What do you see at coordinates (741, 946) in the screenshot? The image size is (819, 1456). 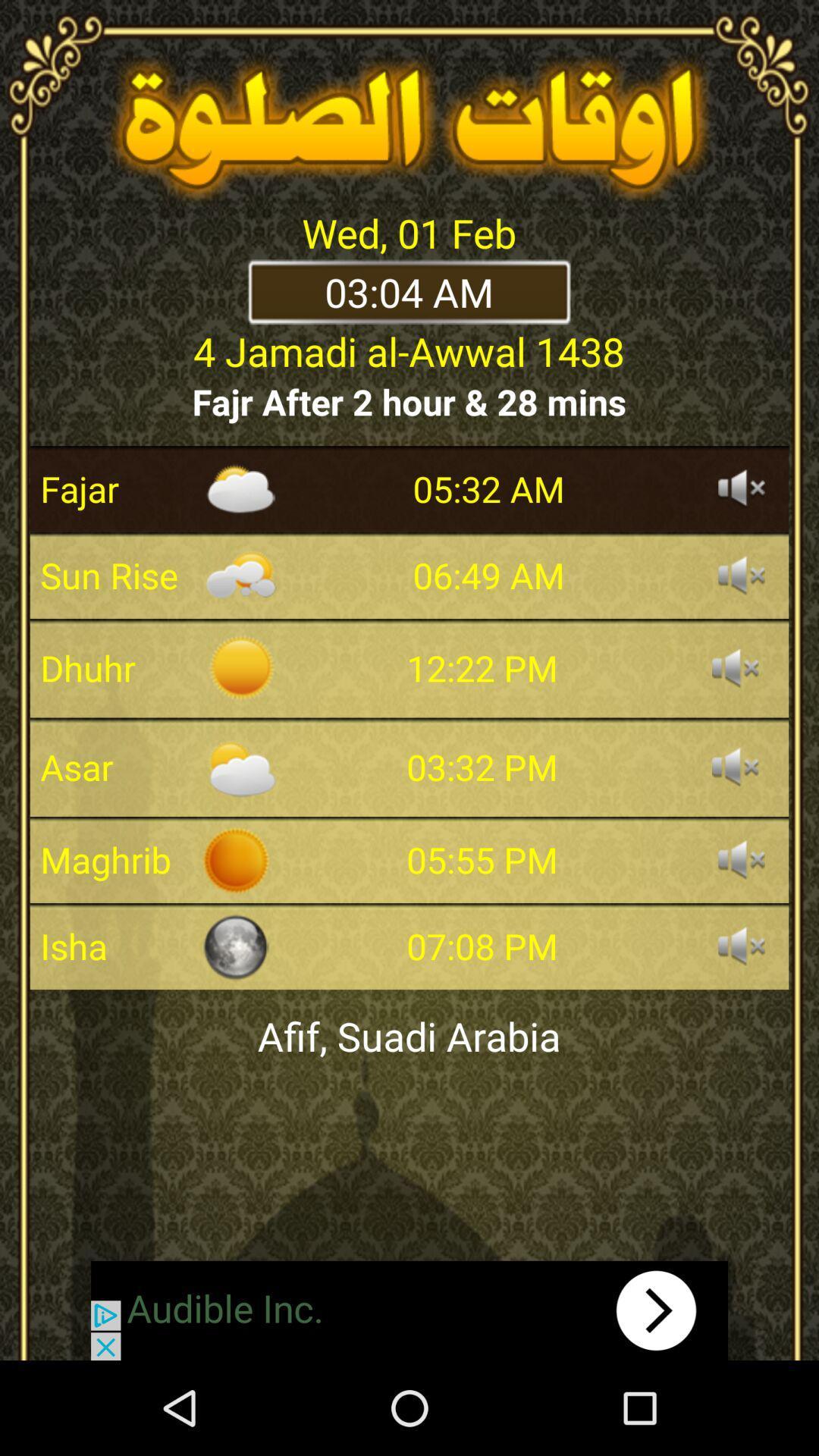 I see `audio` at bounding box center [741, 946].